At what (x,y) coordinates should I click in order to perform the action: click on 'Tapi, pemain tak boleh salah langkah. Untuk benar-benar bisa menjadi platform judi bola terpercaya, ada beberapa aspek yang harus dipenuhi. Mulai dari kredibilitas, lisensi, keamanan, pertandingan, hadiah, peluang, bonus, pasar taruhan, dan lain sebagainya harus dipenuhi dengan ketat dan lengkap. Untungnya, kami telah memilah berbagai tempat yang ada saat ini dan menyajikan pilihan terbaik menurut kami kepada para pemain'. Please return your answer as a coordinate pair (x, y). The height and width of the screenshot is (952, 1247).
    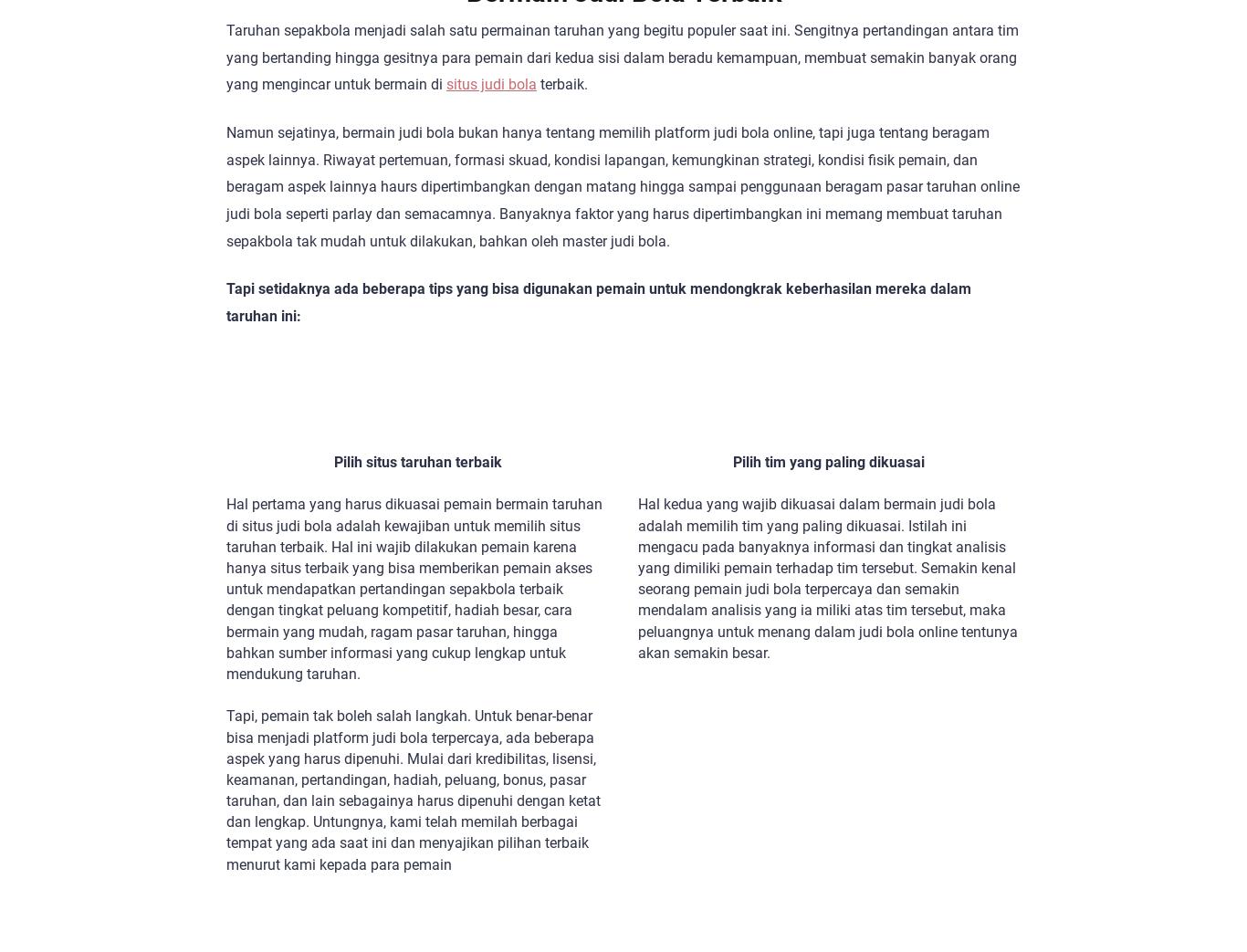
    Looking at the image, I should click on (412, 790).